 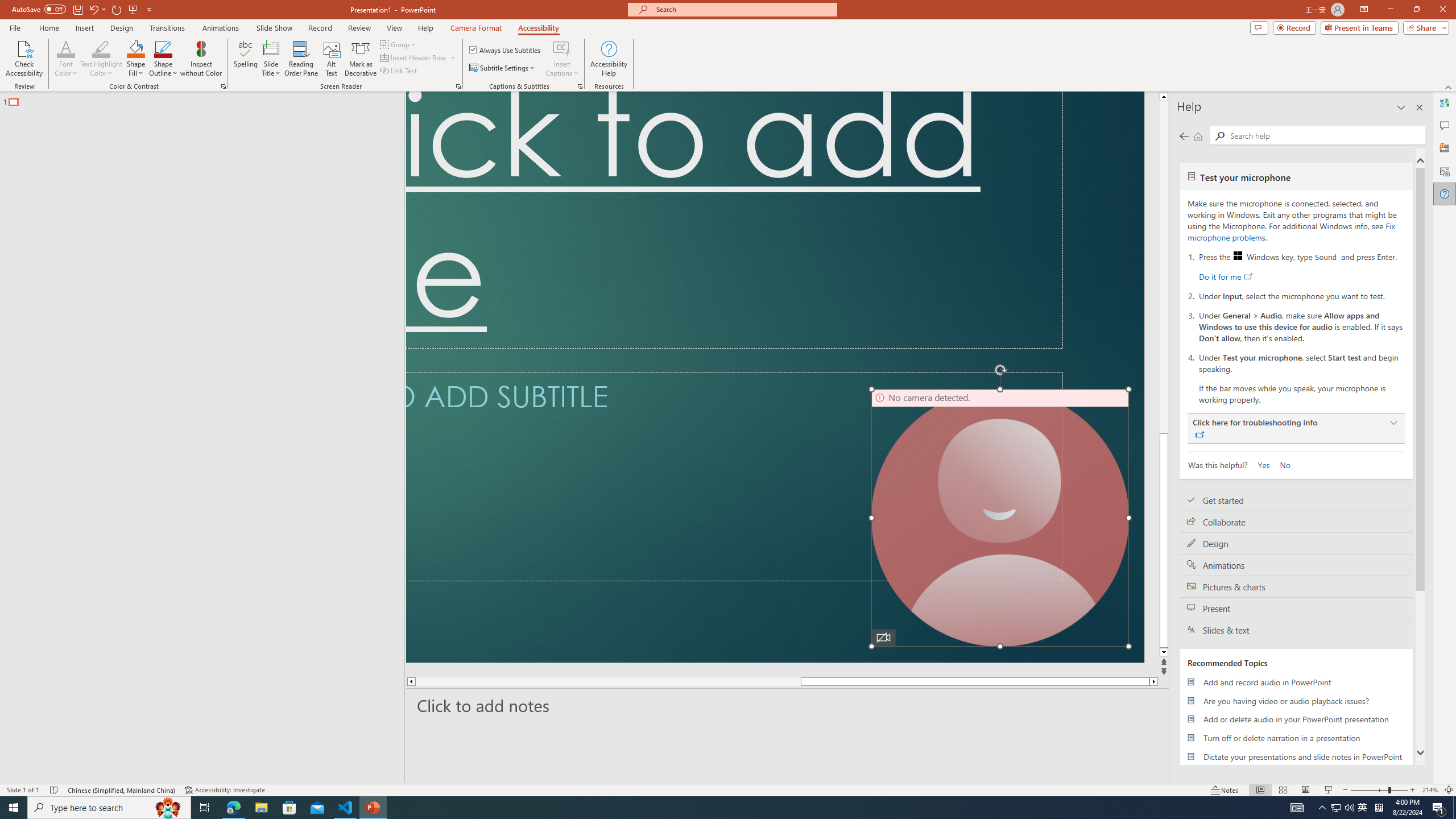 I want to click on 'Dictate your presentations and slide notes in PowerPoint', so click(x=1296, y=756).